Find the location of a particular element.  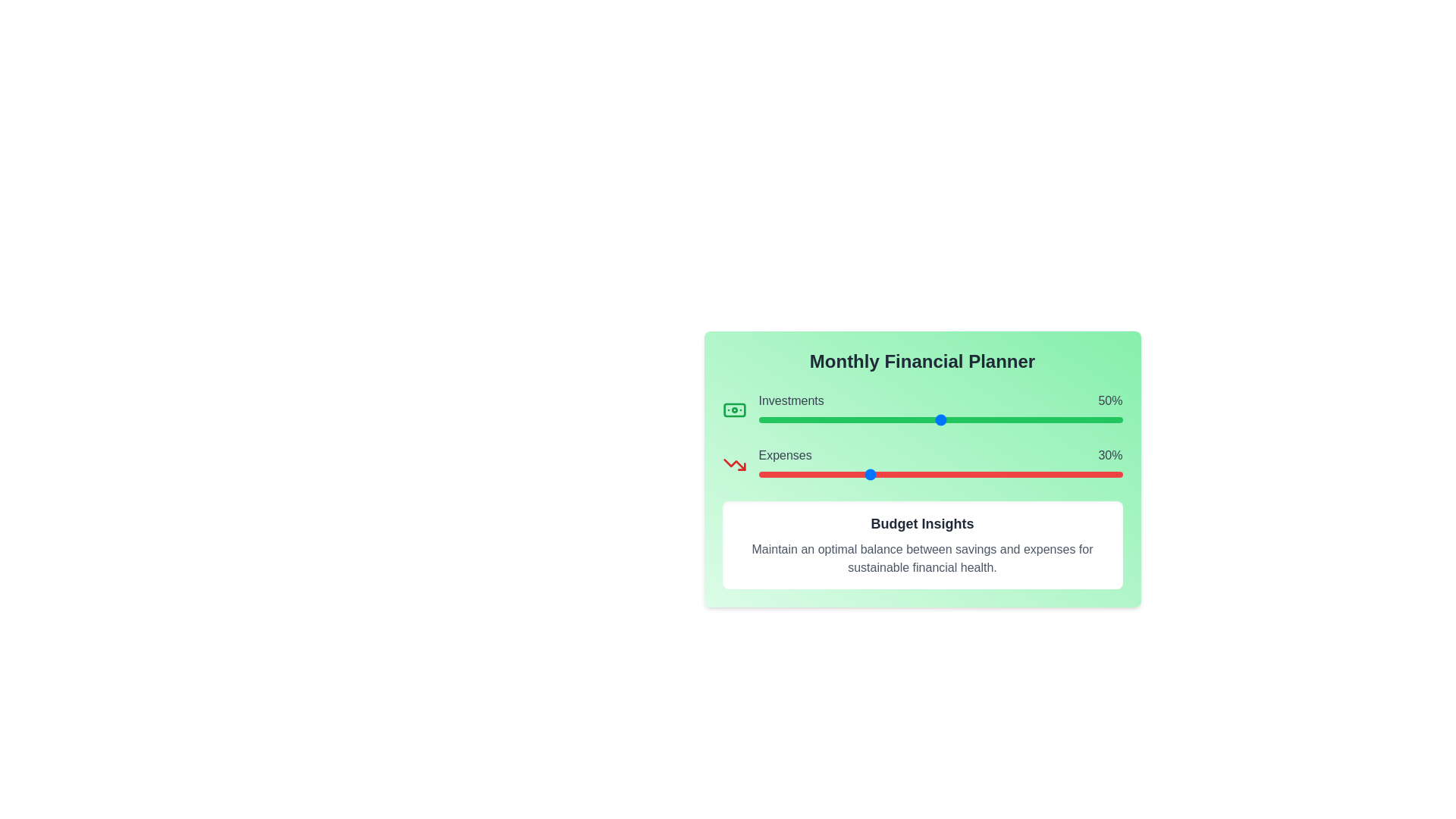

the 'Expenses' slider to set its value to 78% is located at coordinates (1041, 473).